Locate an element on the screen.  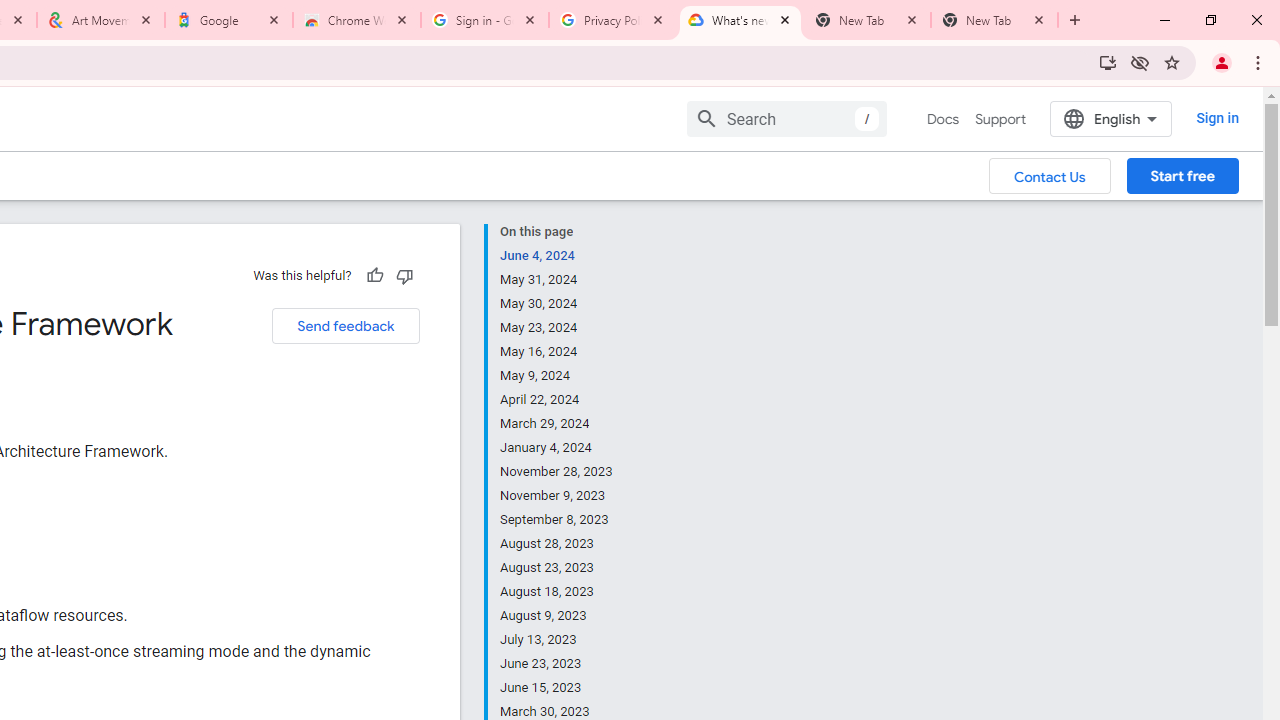
'Start free' is located at coordinates (1182, 174).